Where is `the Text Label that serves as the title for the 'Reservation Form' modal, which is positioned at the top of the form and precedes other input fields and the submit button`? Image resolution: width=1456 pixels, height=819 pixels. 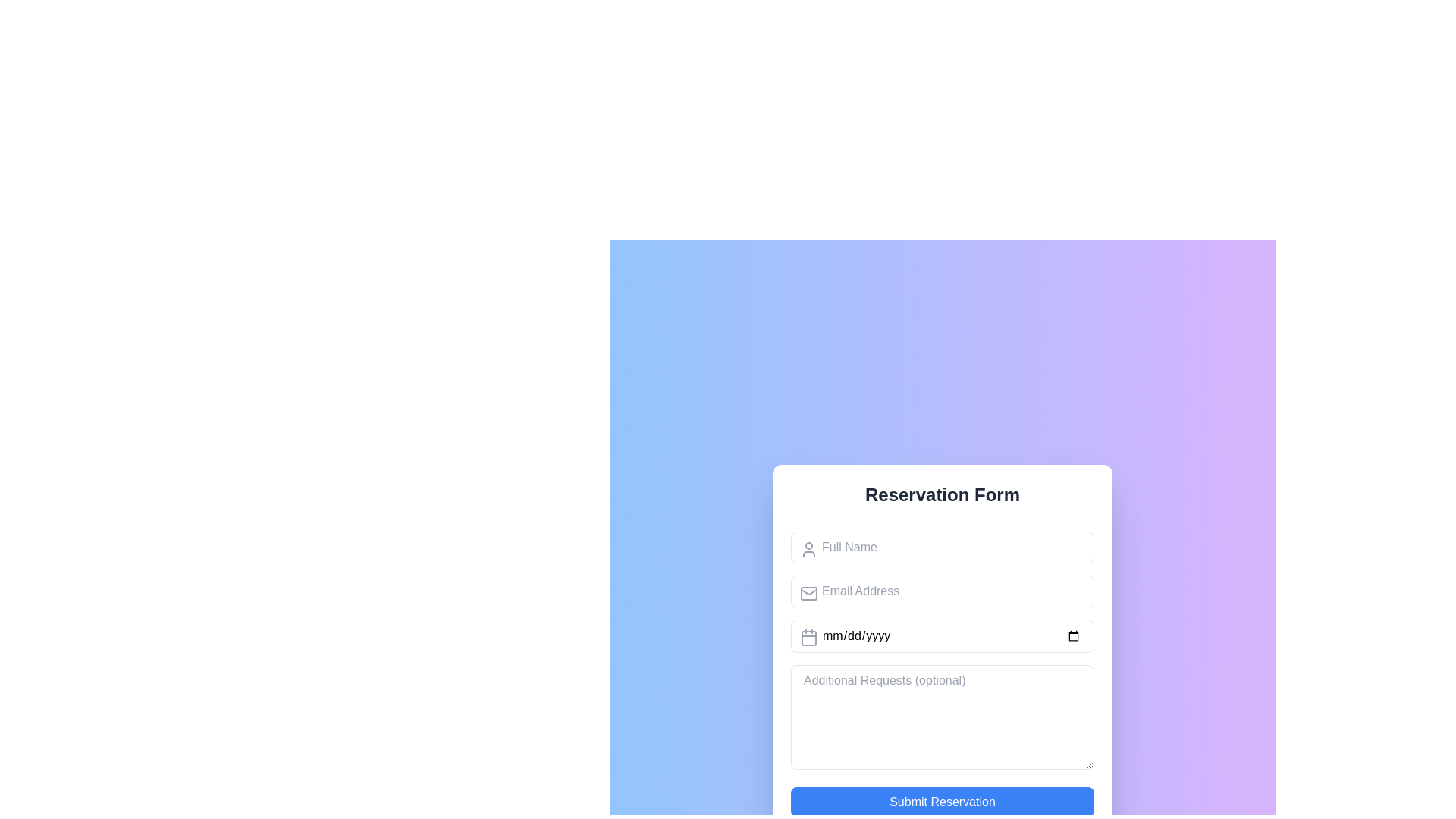 the Text Label that serves as the title for the 'Reservation Form' modal, which is positioned at the top of the form and precedes other input fields and the submit button is located at coordinates (942, 494).